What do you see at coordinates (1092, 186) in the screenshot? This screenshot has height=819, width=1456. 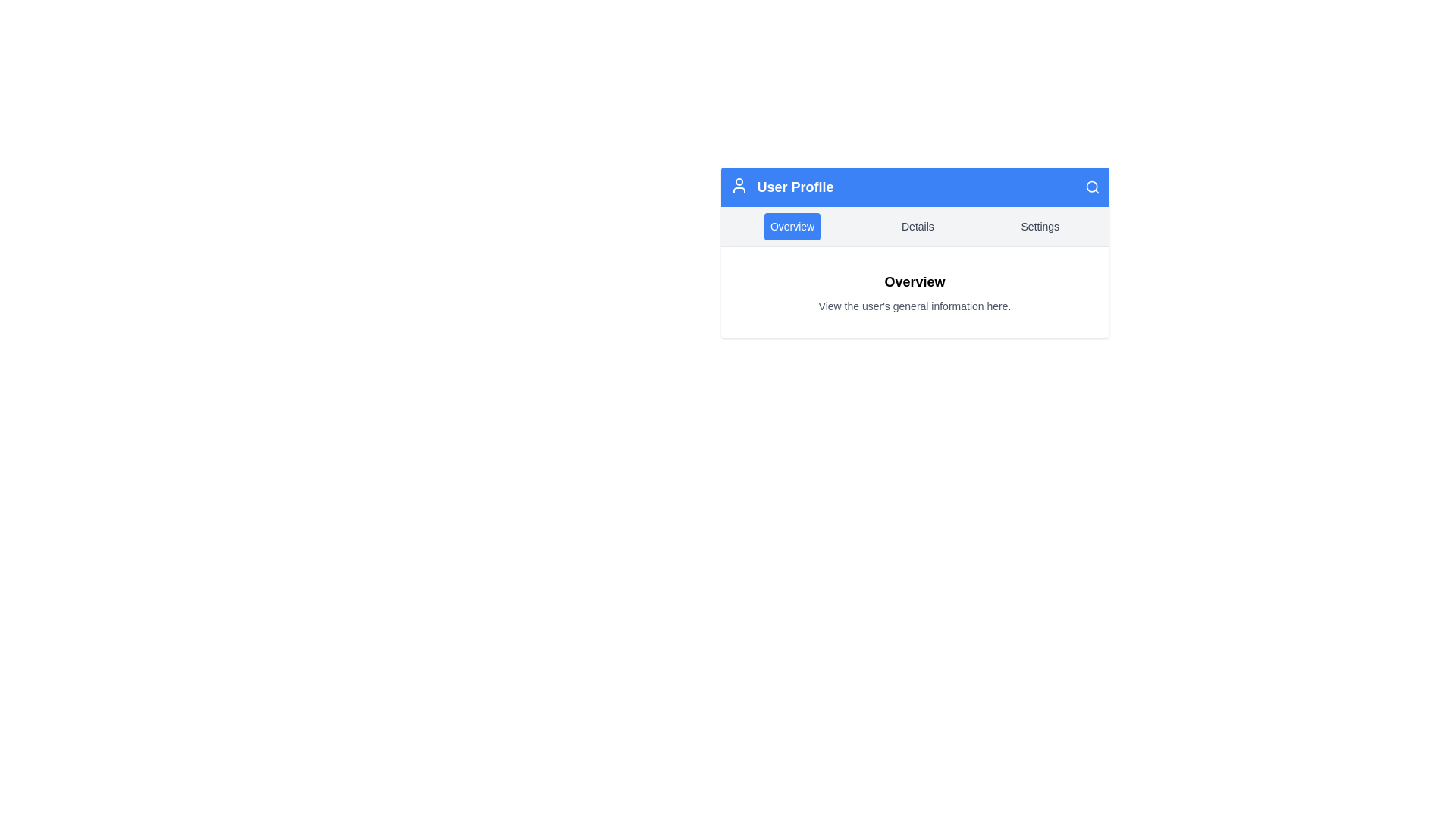 I see `the magnifying glass icon representing search functionality located in the top-right corner of the 'User Profile' header section` at bounding box center [1092, 186].